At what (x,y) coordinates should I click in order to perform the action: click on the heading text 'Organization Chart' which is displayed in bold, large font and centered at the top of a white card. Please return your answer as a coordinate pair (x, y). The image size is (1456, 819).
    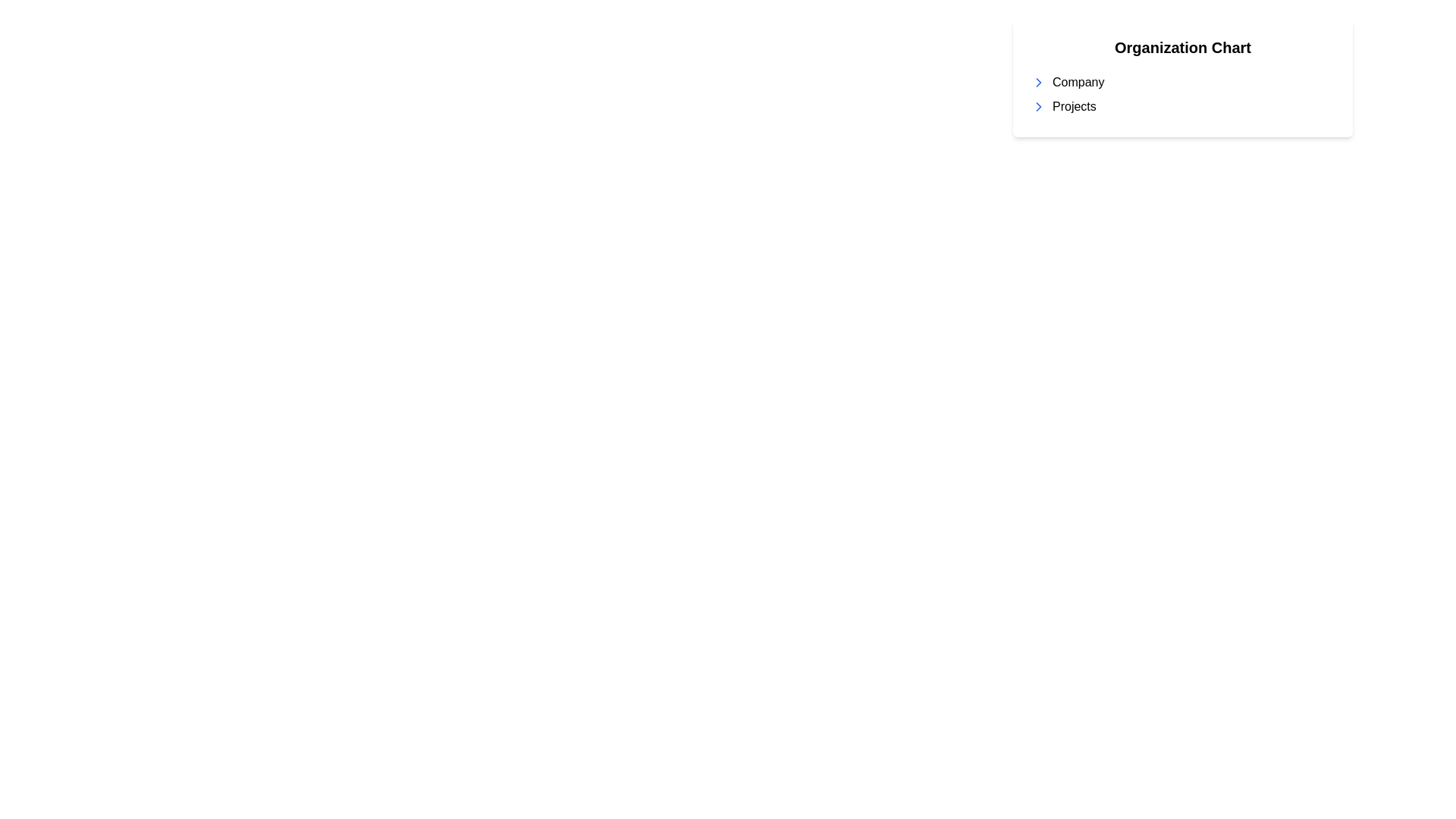
    Looking at the image, I should click on (1182, 46).